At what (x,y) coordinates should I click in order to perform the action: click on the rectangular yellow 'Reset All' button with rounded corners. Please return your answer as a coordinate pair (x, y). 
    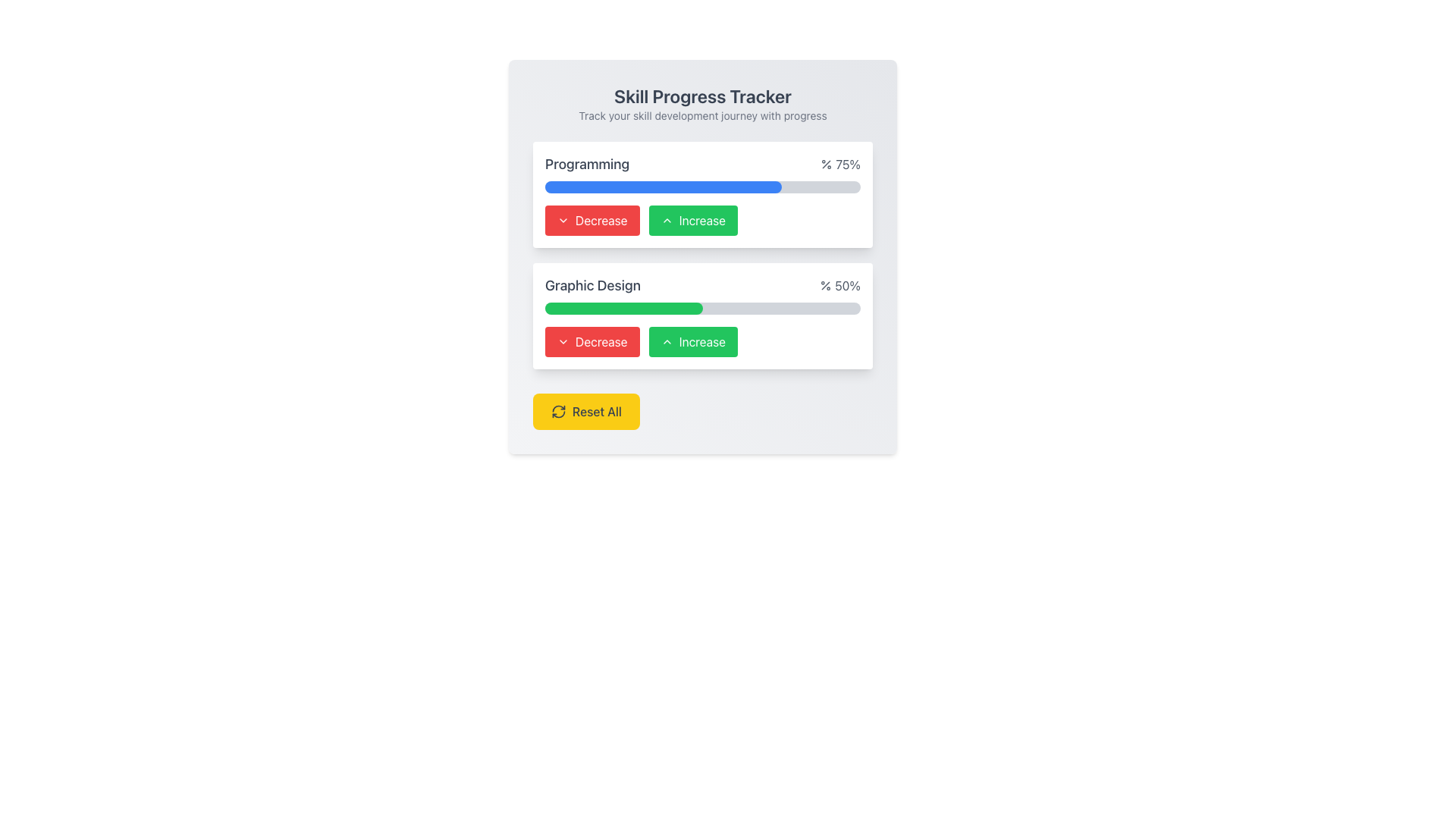
    Looking at the image, I should click on (585, 412).